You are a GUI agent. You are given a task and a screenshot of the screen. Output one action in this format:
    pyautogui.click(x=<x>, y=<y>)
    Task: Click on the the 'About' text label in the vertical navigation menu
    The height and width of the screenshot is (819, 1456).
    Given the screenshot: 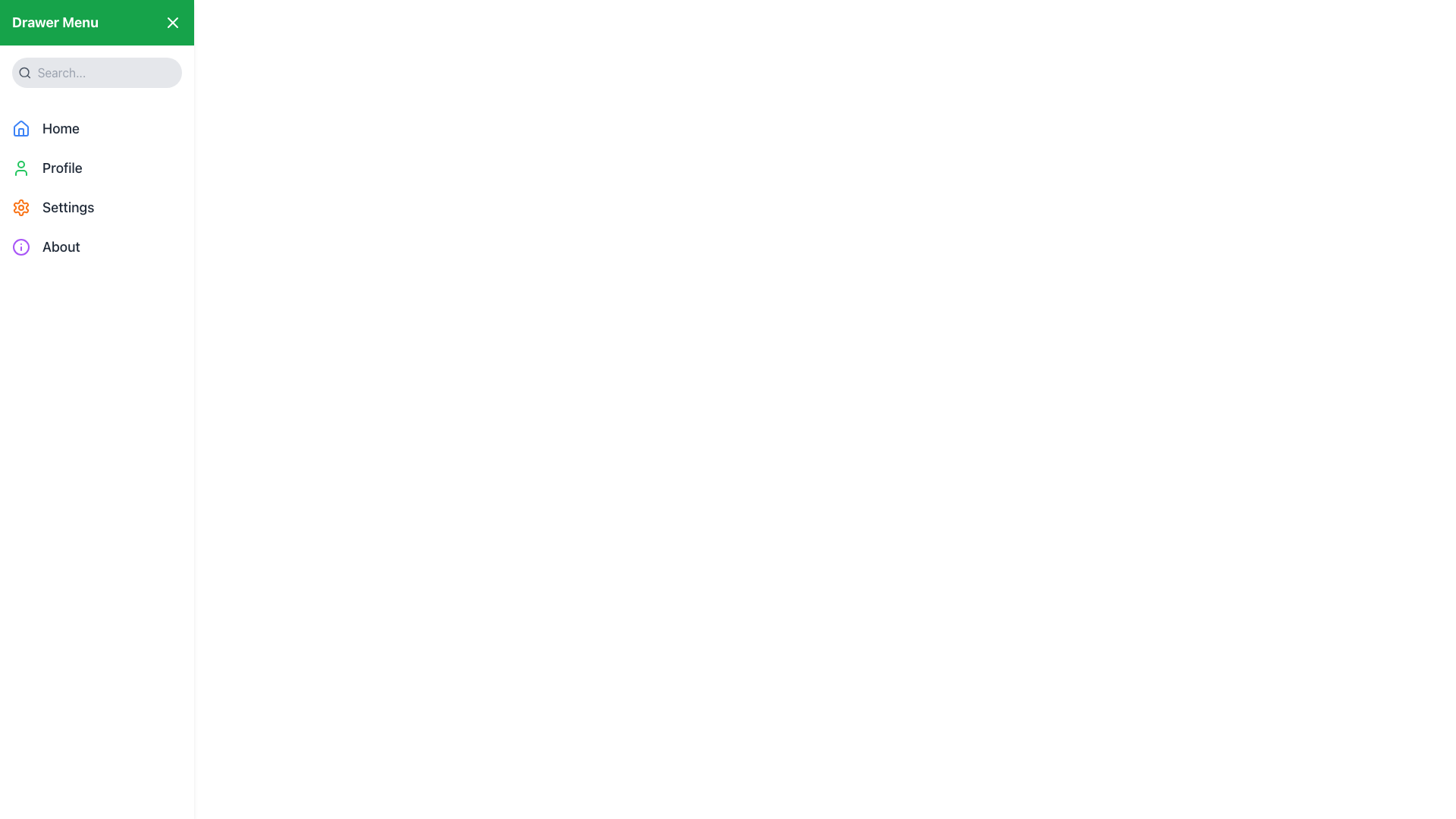 What is the action you would take?
    pyautogui.click(x=61, y=246)
    